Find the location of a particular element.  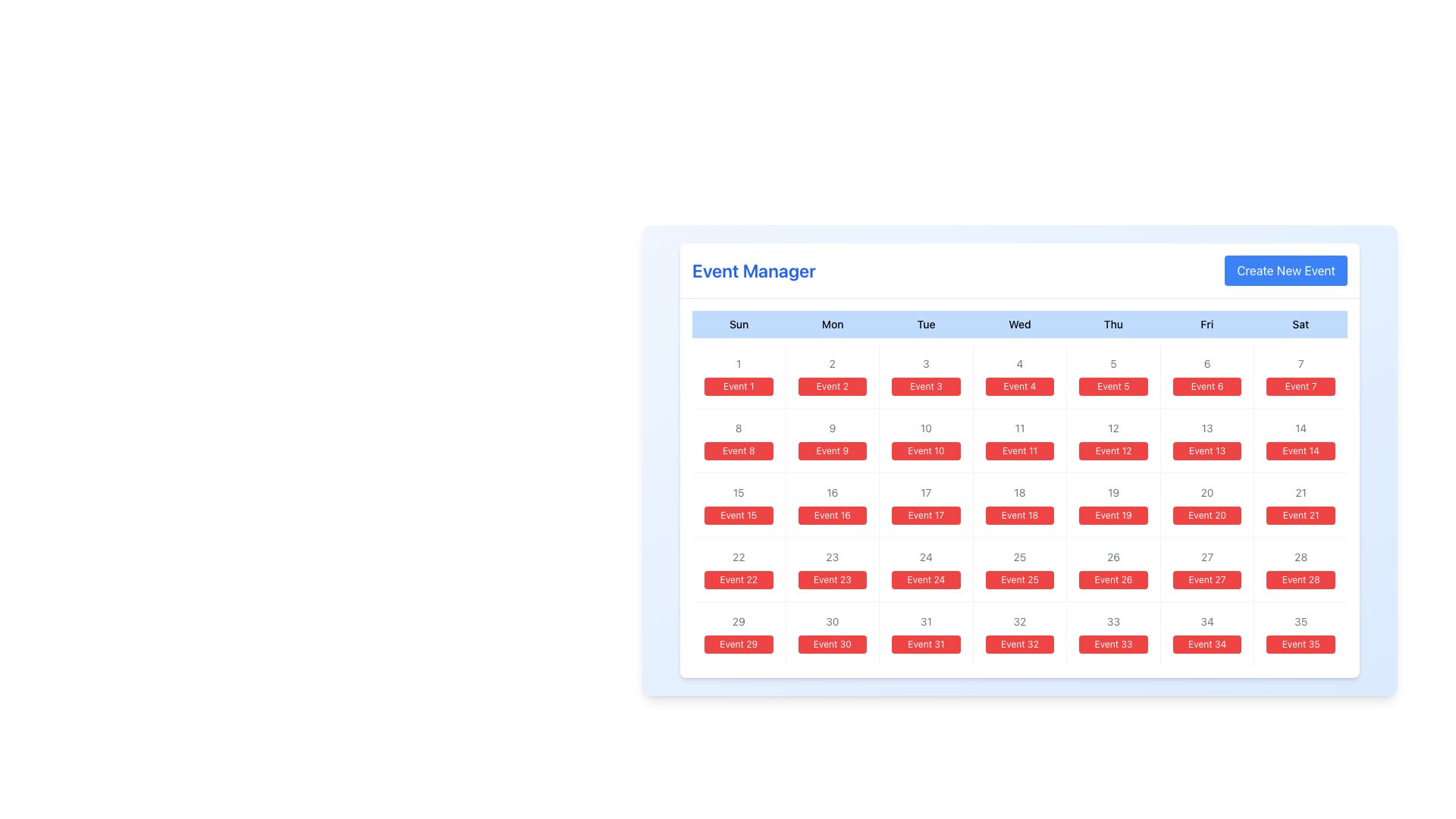

the card displaying 'Event 19' located in the fifth column of the third row under the column labeled 'Thu', which features a smaller '19' at the top in gray and a larger red button-like label below it is located at coordinates (1113, 505).